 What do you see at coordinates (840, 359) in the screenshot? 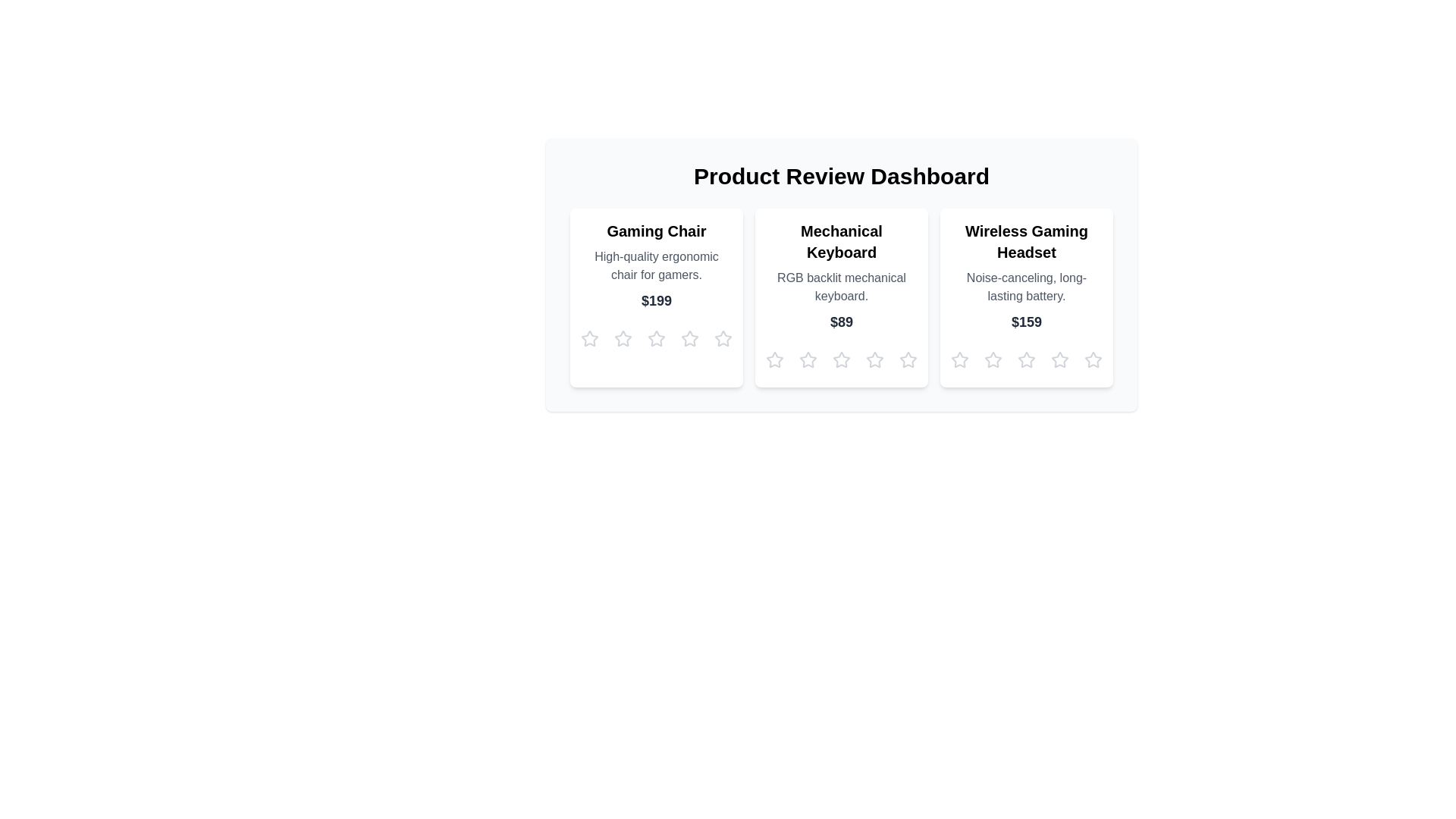
I see `the star corresponding to 3 for the product Mechanical Keyboard` at bounding box center [840, 359].